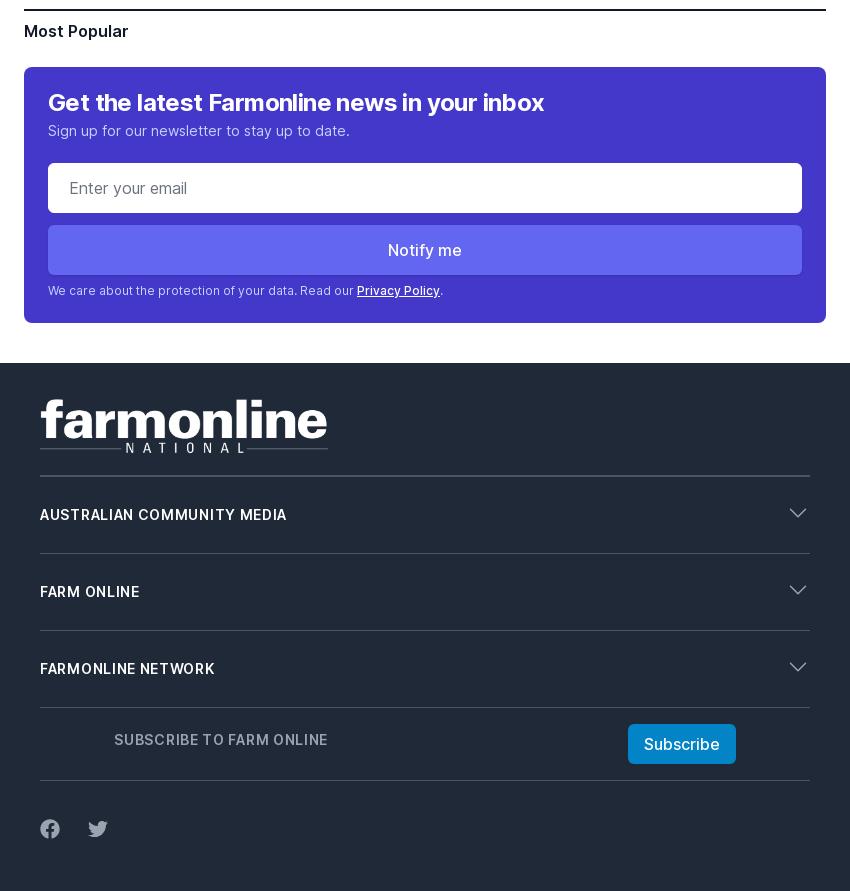 Image resolution: width=850 pixels, height=891 pixels. What do you see at coordinates (80, 857) in the screenshot?
I see `'Horse Deals'` at bounding box center [80, 857].